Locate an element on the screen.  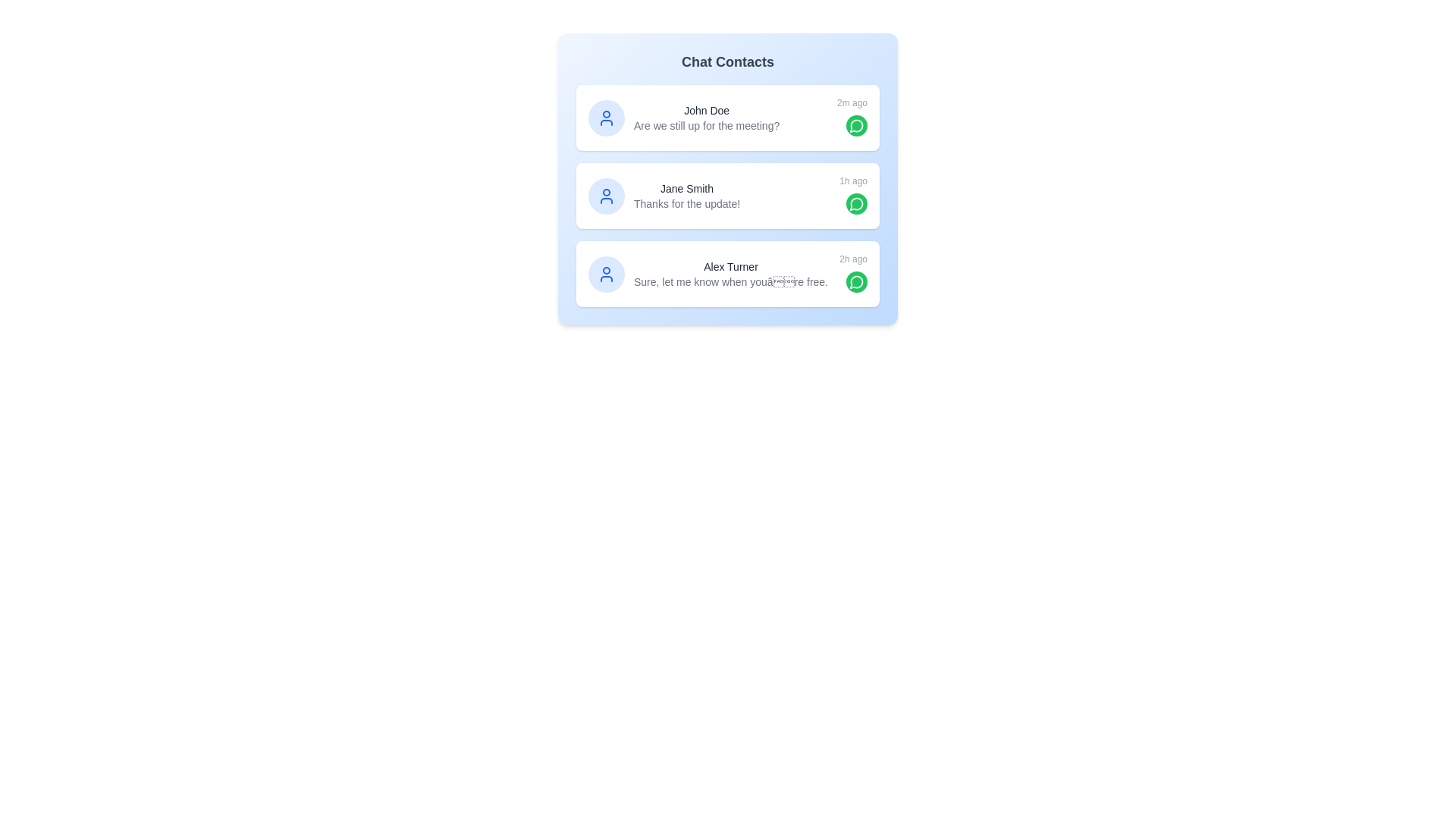
the chat button for Alex Turner to open their chat interface is located at coordinates (856, 281).